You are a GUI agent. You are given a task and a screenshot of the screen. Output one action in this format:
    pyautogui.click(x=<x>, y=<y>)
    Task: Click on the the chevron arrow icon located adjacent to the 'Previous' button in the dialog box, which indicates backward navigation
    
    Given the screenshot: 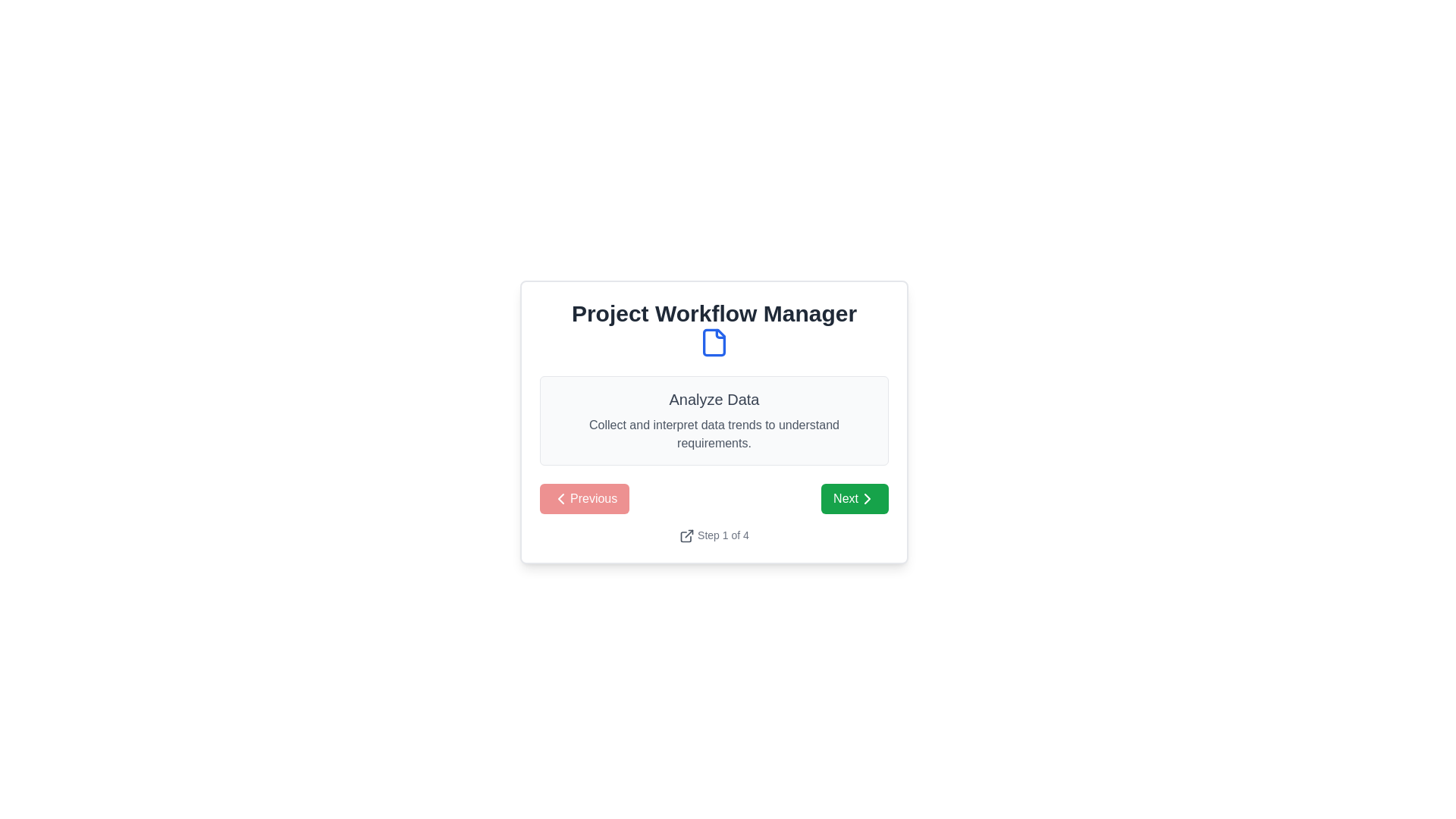 What is the action you would take?
    pyautogui.click(x=560, y=499)
    